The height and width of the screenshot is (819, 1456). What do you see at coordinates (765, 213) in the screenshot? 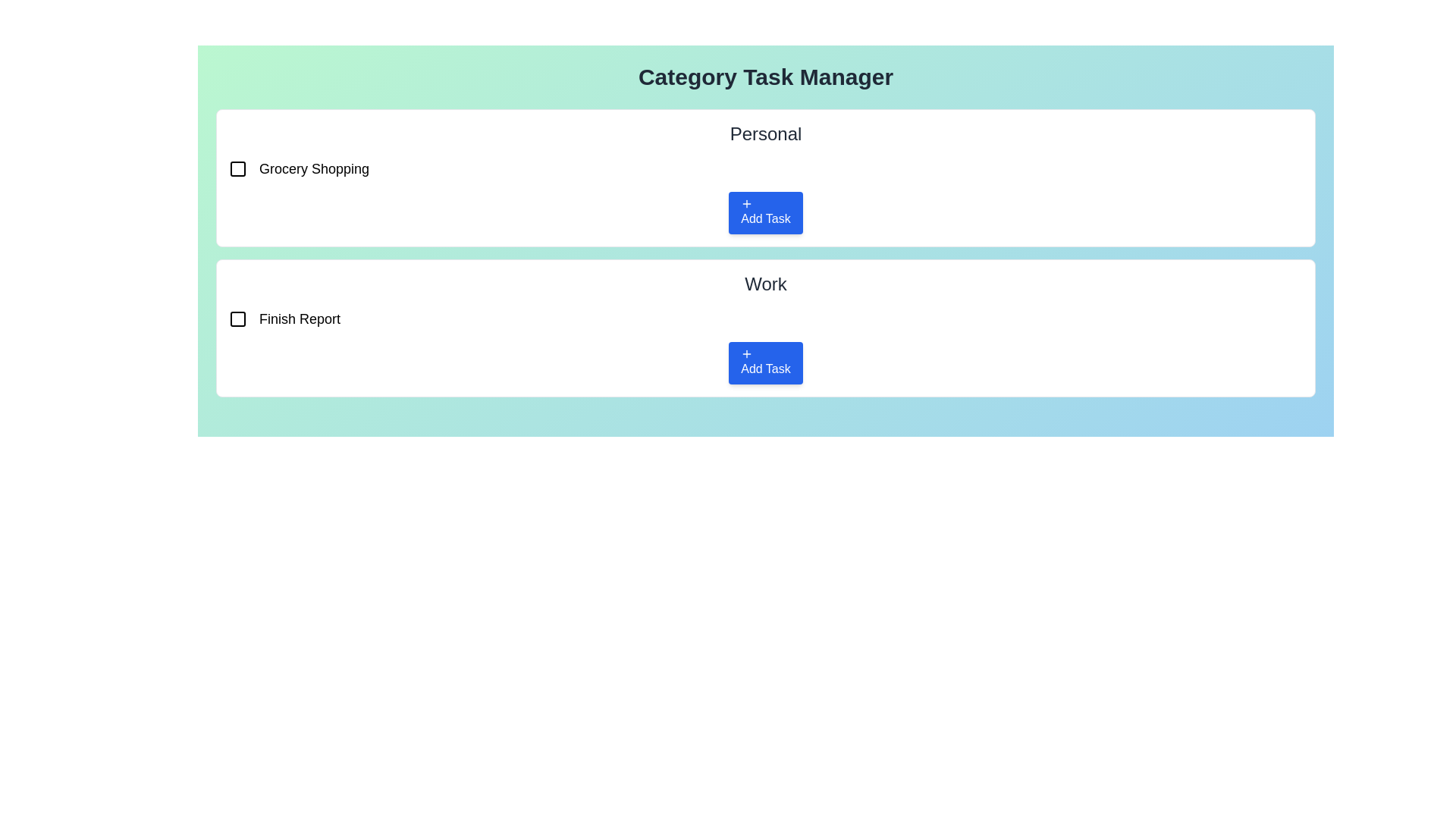
I see `the 'Add Task' button under the 'Personal' category` at bounding box center [765, 213].